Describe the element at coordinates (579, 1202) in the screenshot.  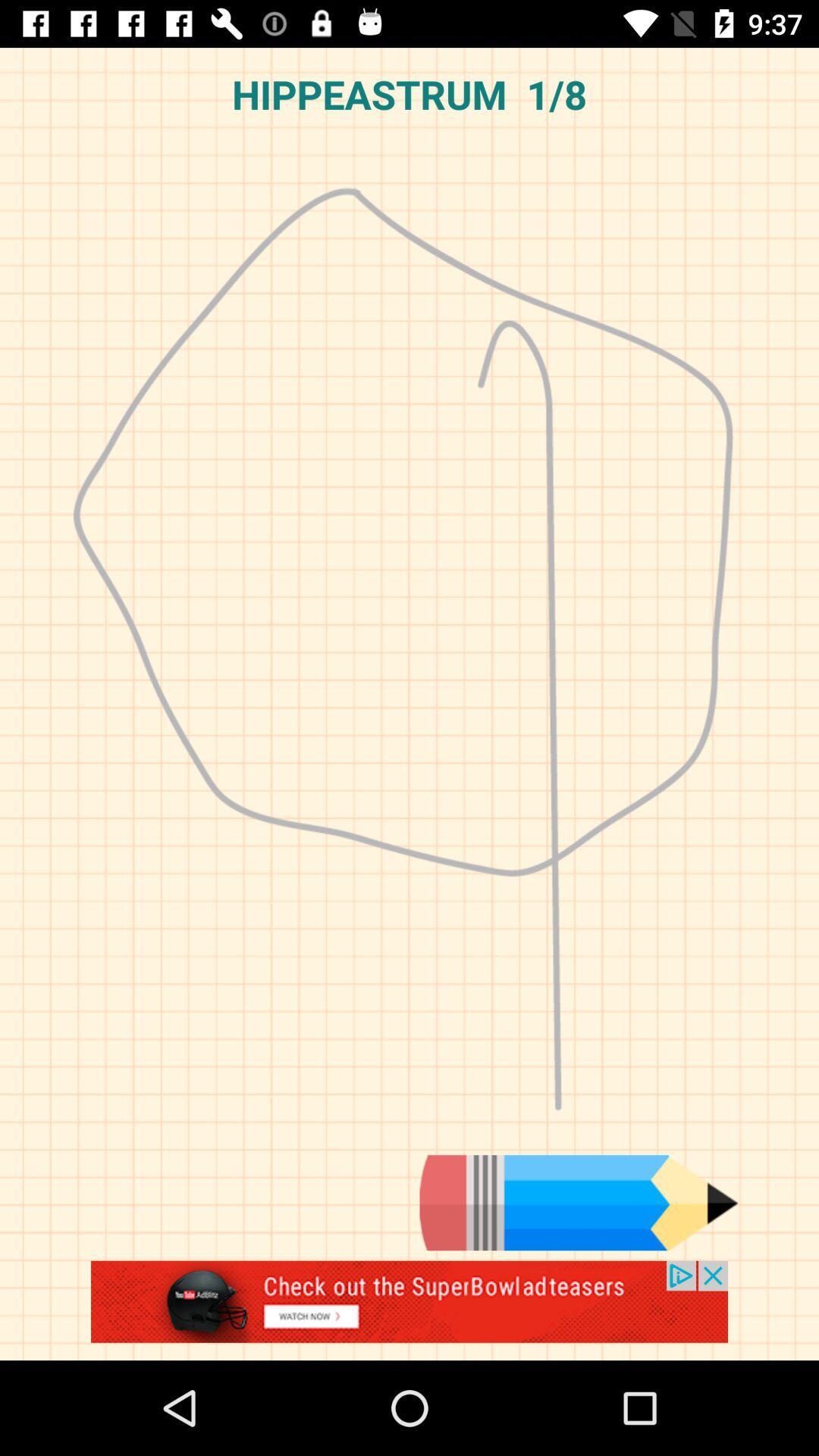
I see `draw option` at that location.